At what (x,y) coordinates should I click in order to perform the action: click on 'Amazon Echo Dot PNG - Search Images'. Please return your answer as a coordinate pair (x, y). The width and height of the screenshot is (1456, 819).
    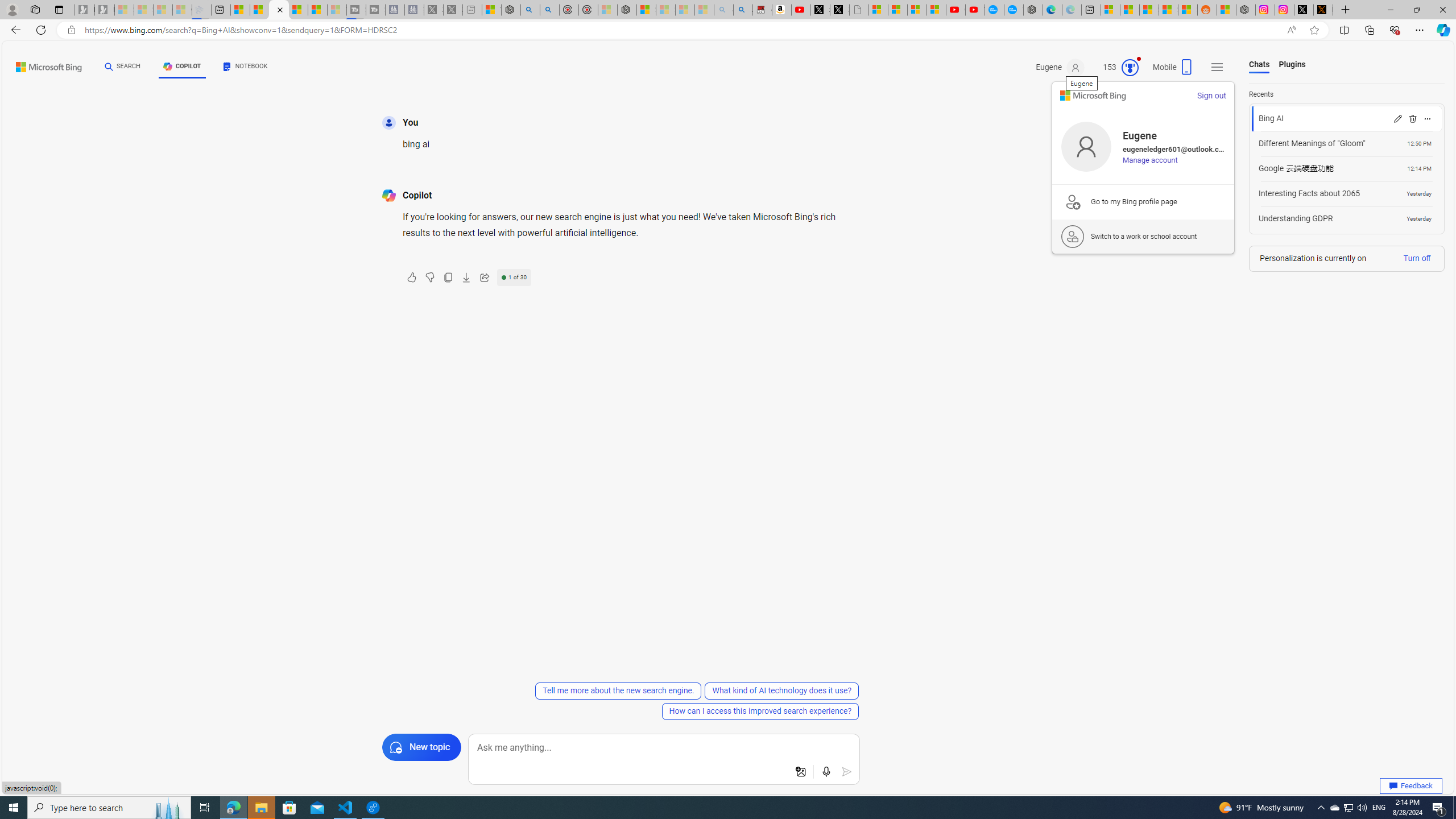
    Looking at the image, I should click on (742, 9).